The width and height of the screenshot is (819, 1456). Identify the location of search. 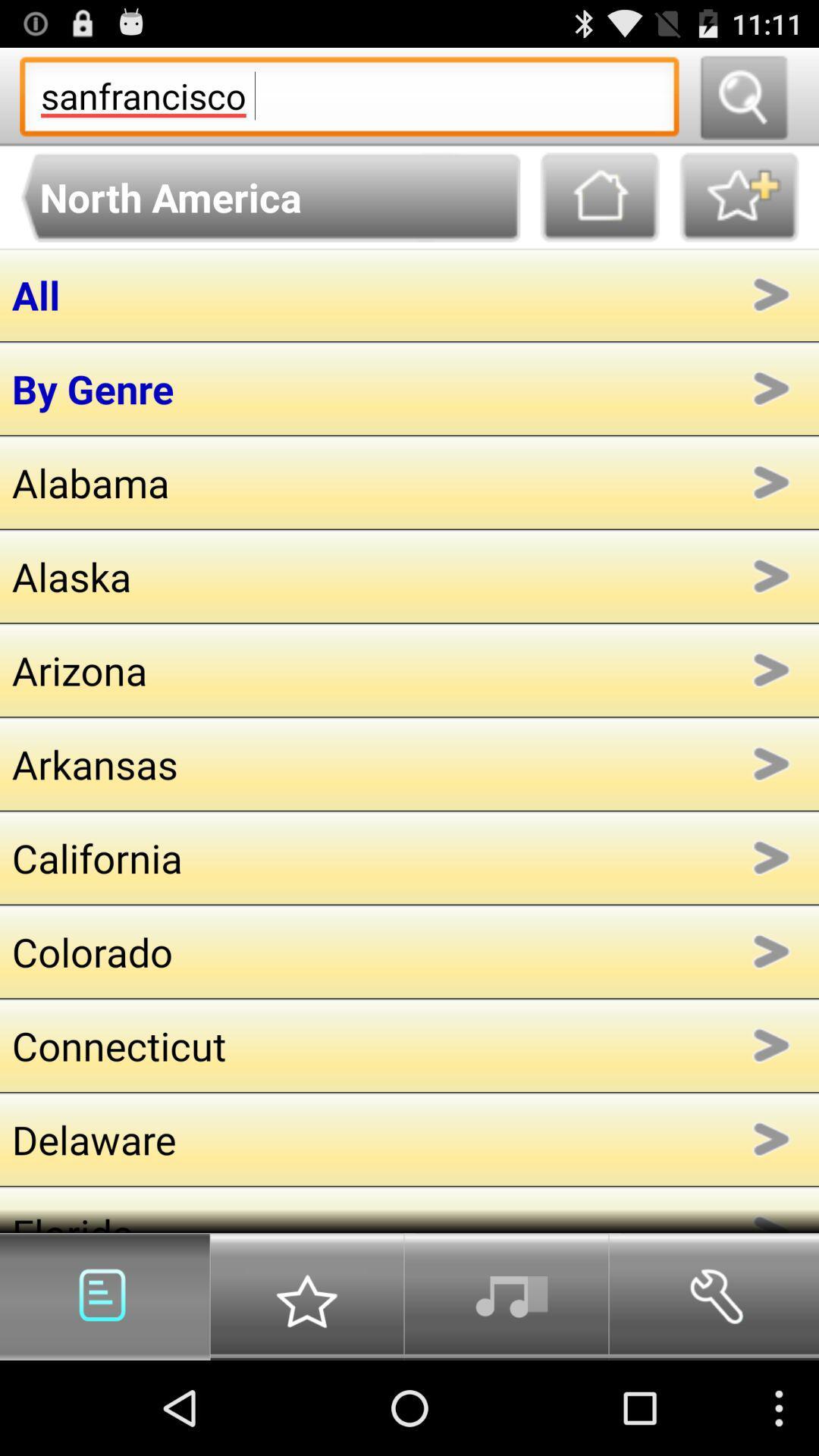
(742, 96).